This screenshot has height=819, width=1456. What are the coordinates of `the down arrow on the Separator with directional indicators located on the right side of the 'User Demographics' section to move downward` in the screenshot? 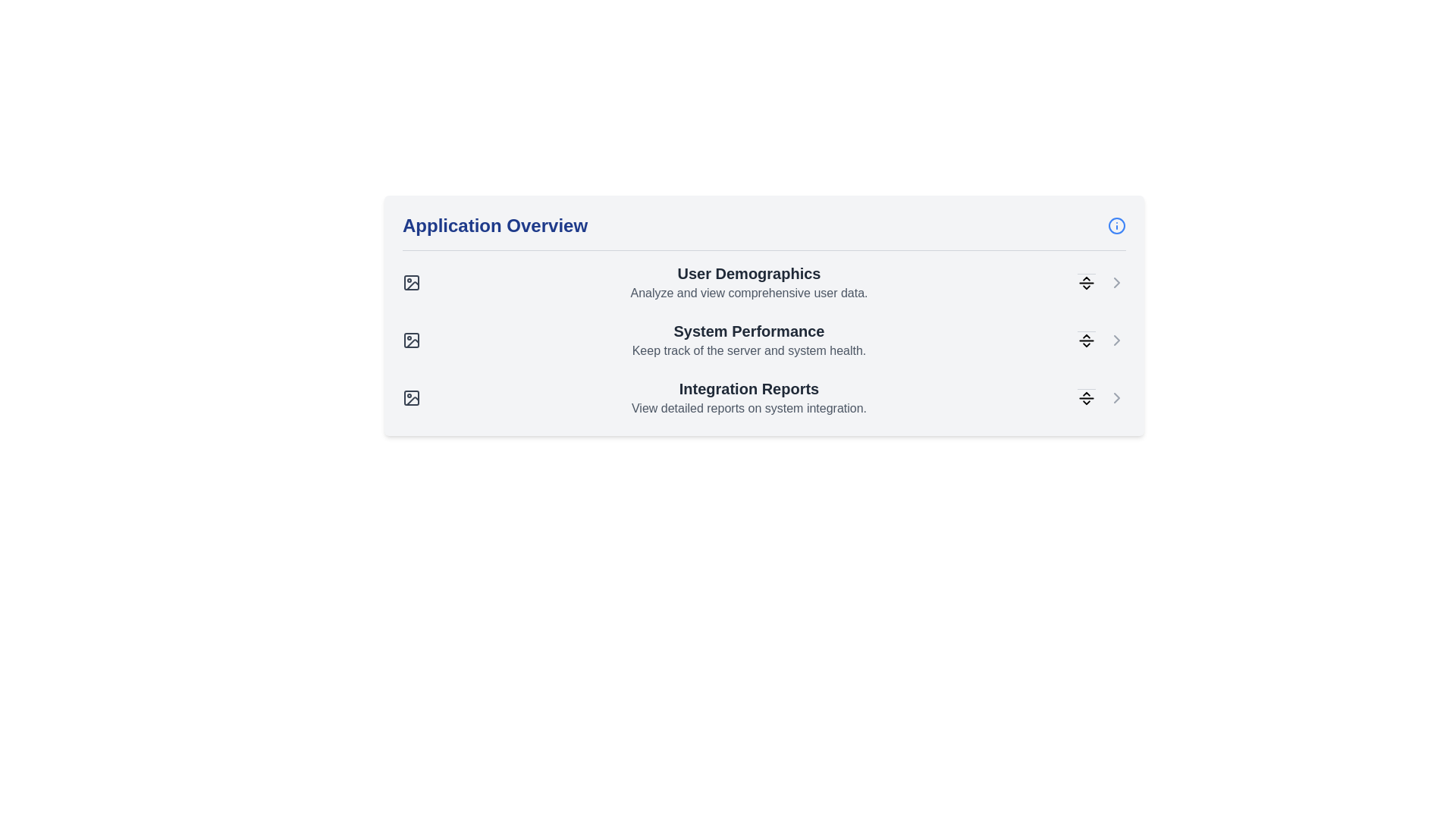 It's located at (1086, 283).